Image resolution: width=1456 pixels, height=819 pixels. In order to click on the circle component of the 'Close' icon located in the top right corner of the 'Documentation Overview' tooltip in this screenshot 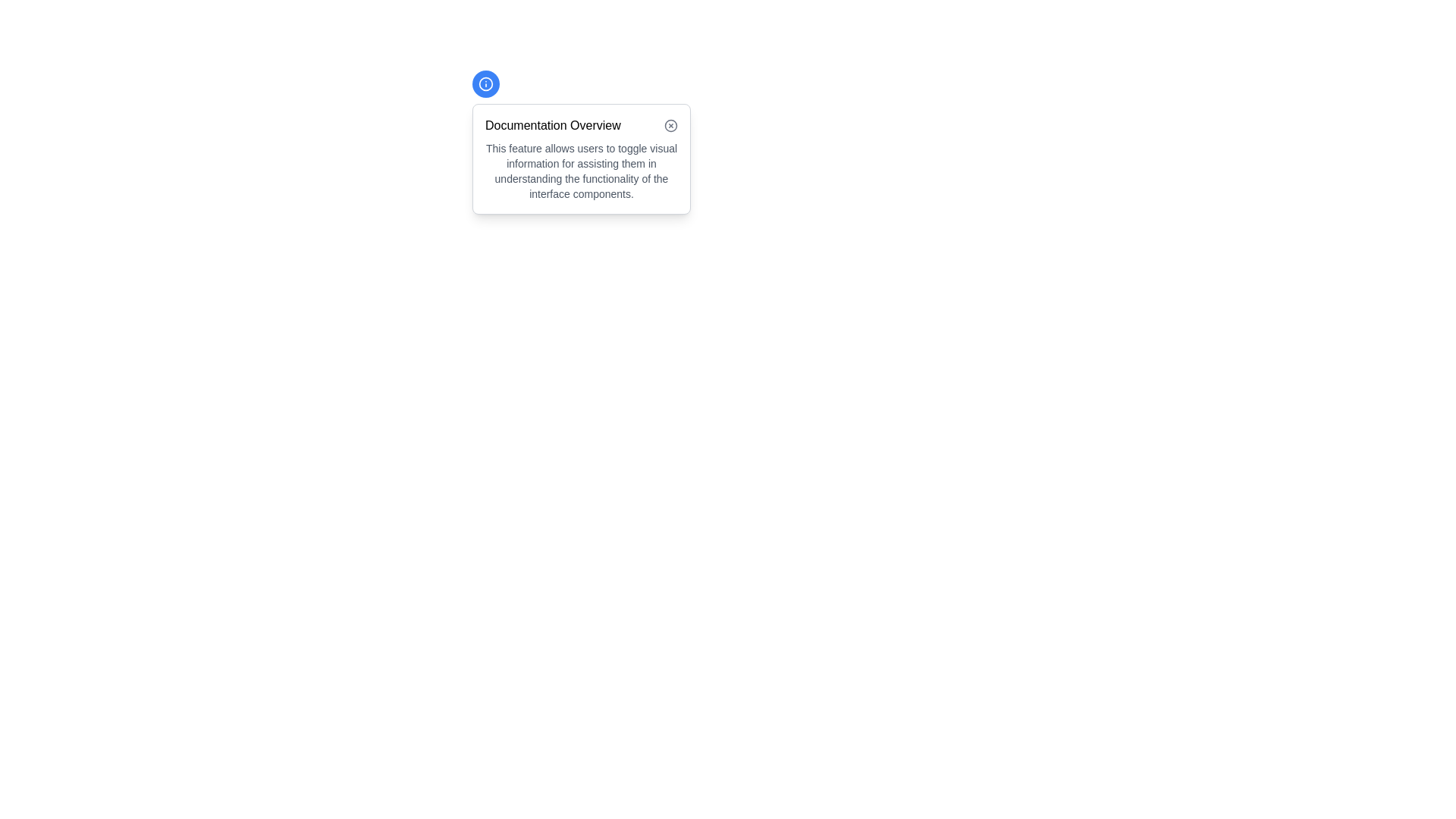, I will do `click(670, 124)`.